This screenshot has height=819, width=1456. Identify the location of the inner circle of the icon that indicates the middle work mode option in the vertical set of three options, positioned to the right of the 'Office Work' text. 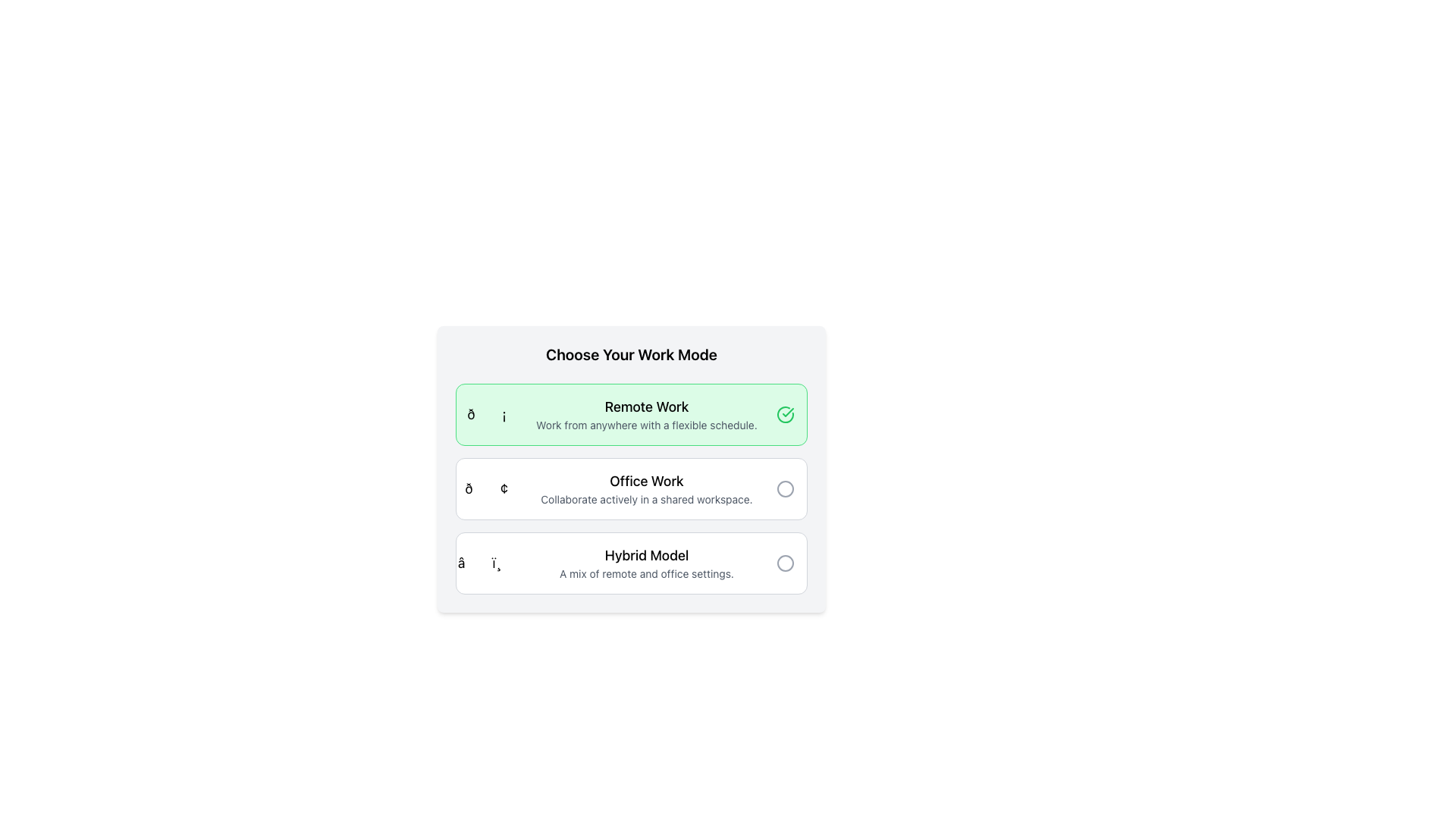
(786, 488).